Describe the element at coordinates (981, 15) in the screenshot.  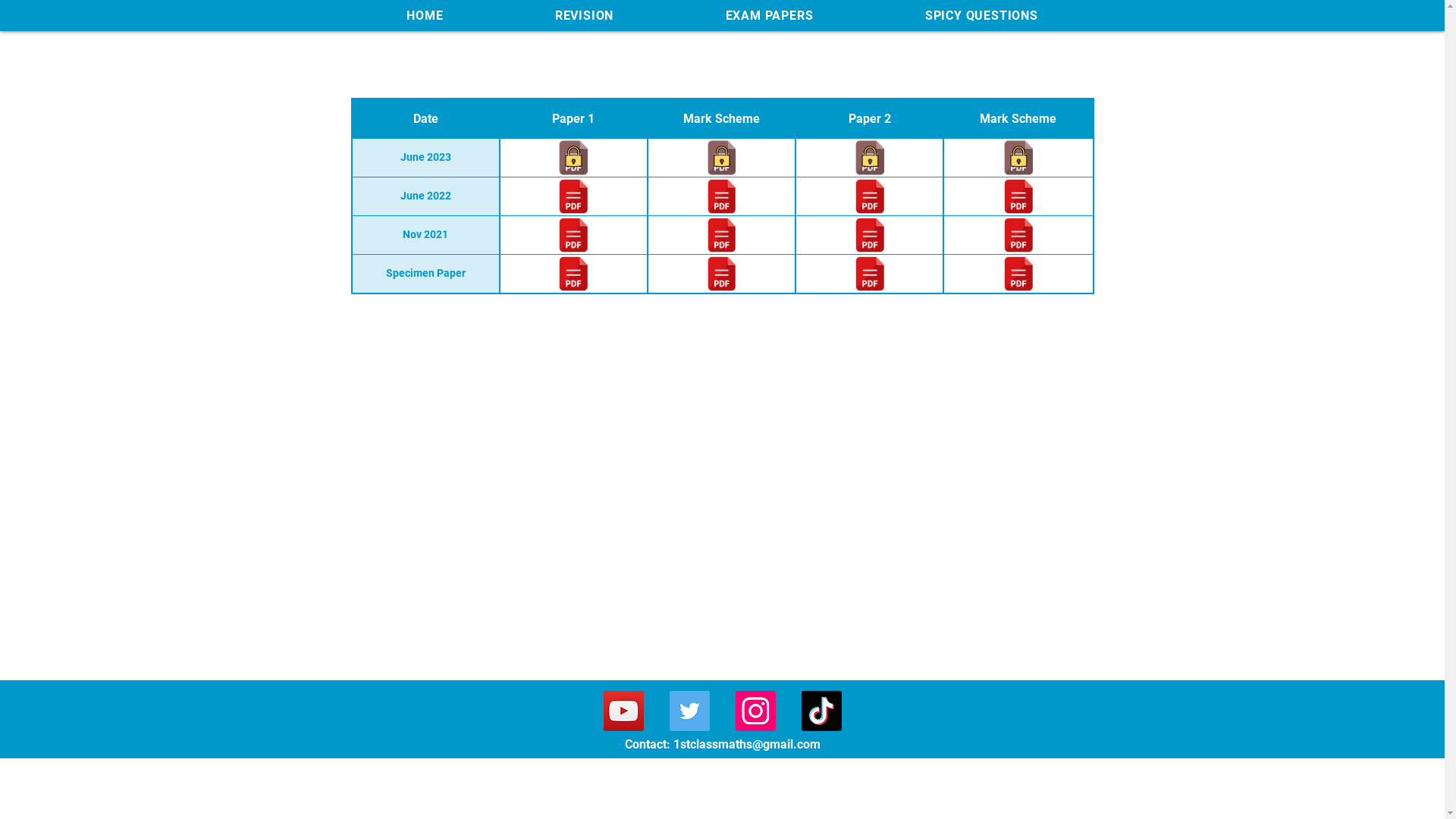
I see `'SPICY QUESTIONS'` at that location.